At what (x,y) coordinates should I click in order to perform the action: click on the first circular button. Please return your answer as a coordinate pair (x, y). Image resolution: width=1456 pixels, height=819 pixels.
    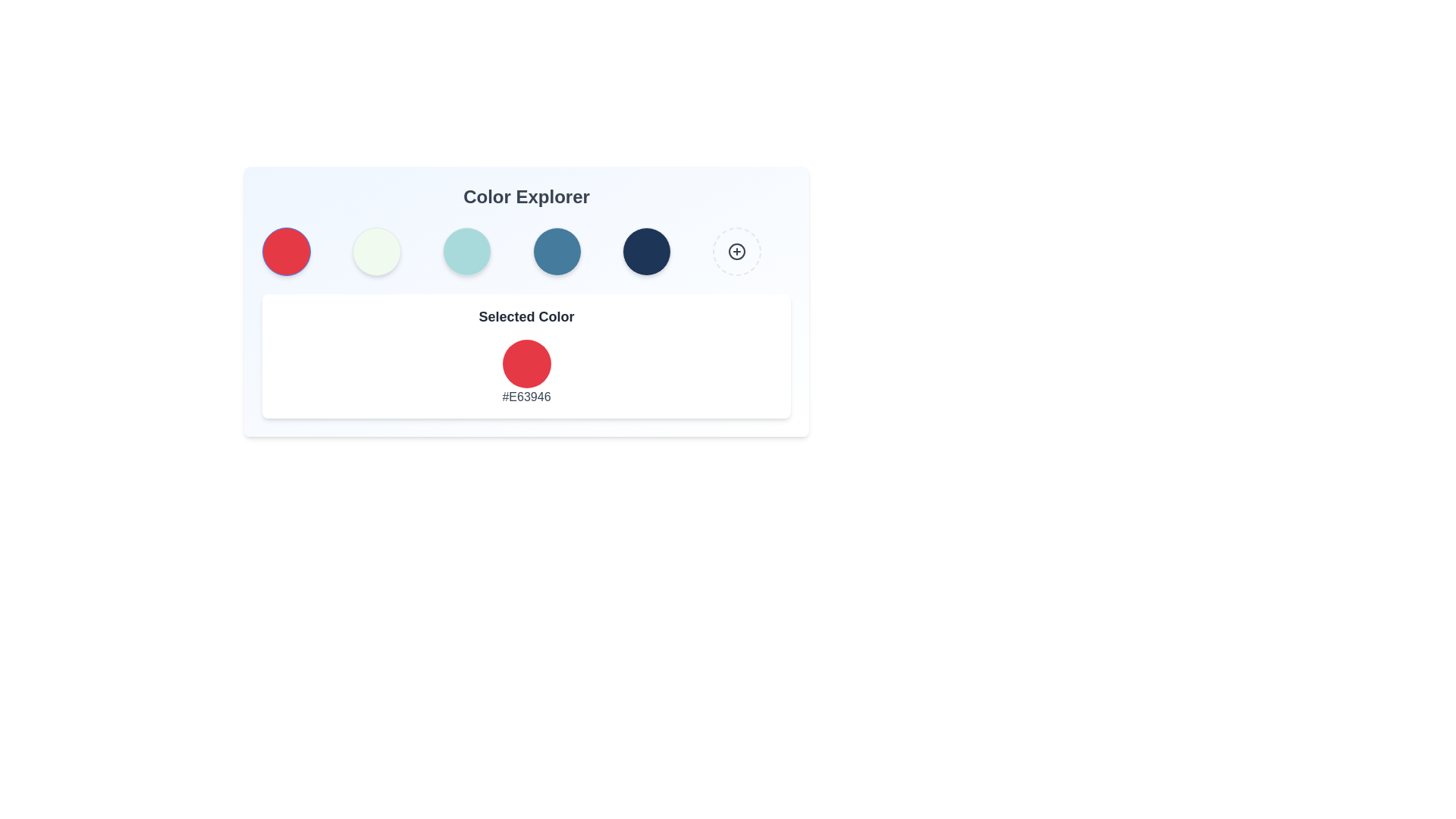
    Looking at the image, I should click on (287, 250).